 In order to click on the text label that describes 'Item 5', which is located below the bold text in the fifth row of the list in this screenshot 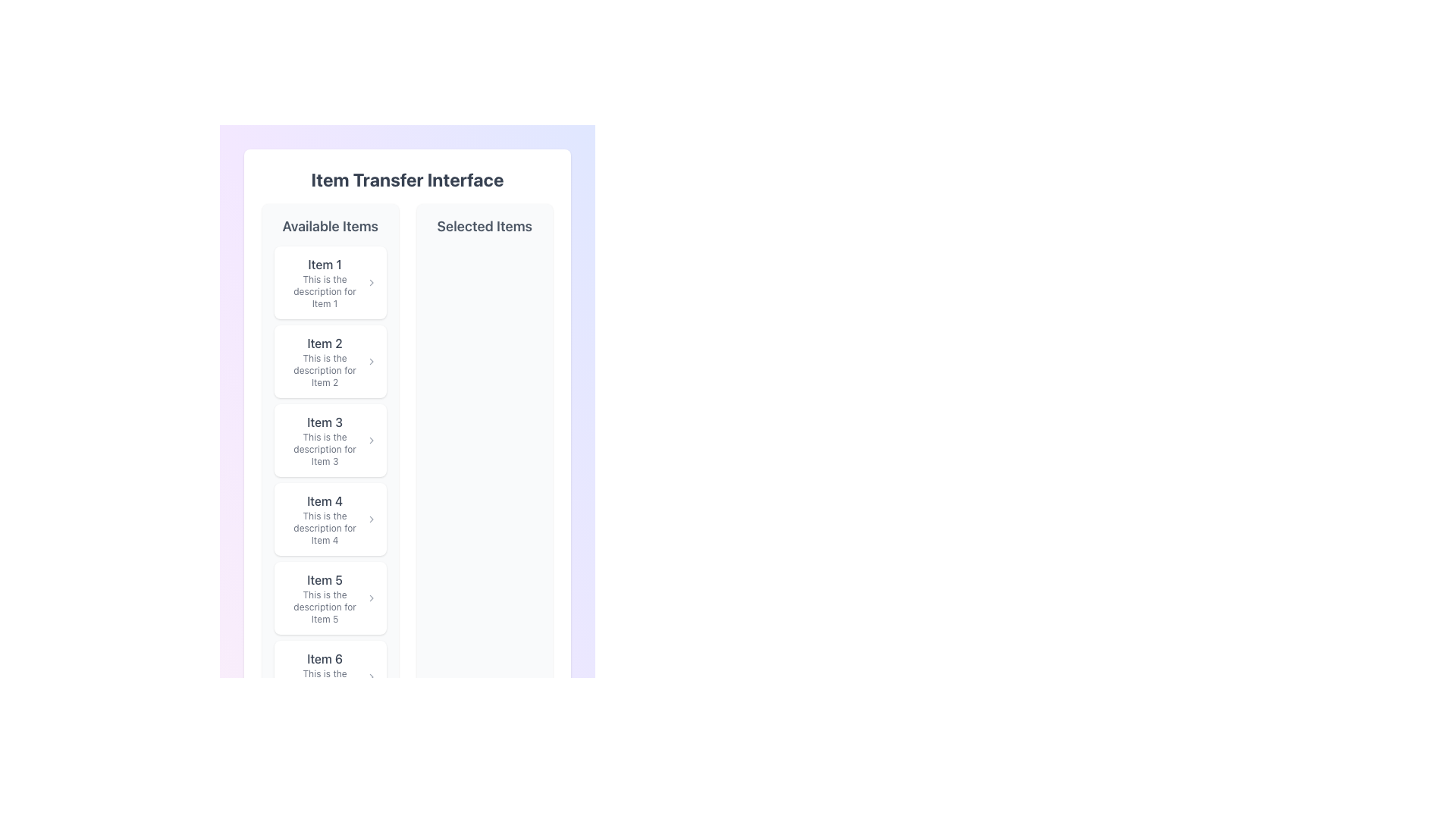, I will do `click(324, 607)`.